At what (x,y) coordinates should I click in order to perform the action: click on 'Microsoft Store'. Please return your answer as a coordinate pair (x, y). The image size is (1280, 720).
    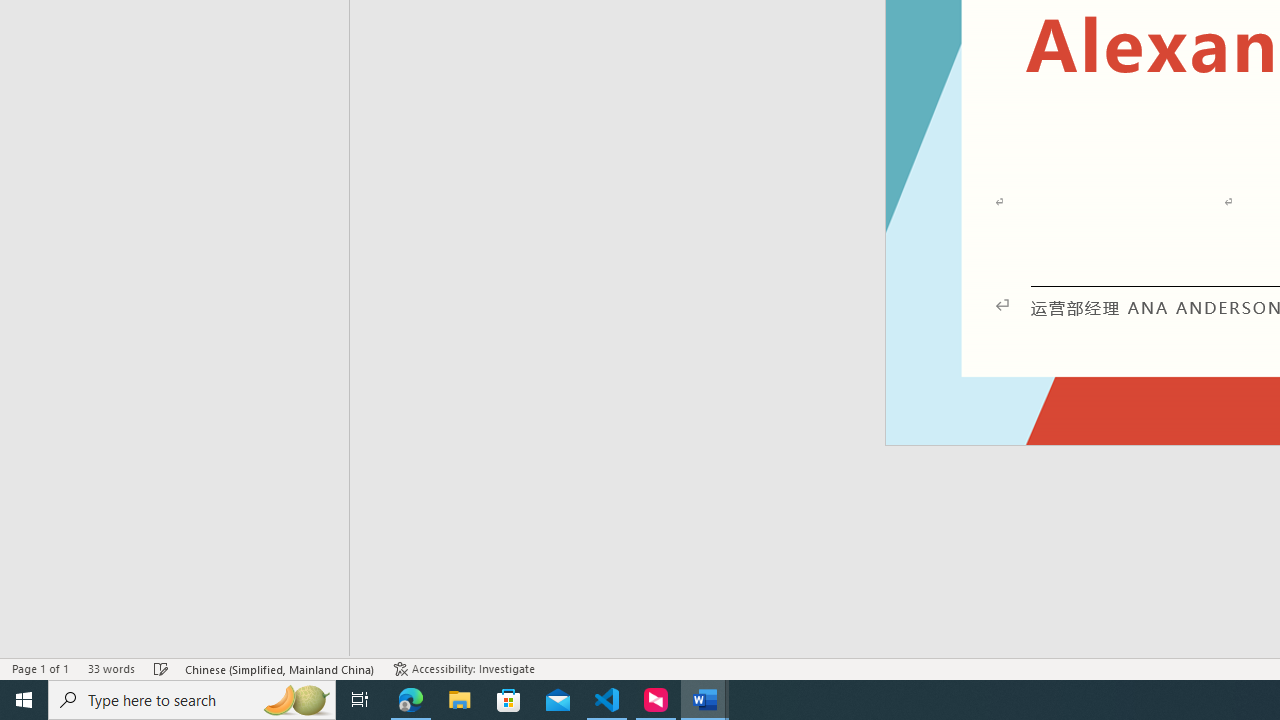
    Looking at the image, I should click on (509, 698).